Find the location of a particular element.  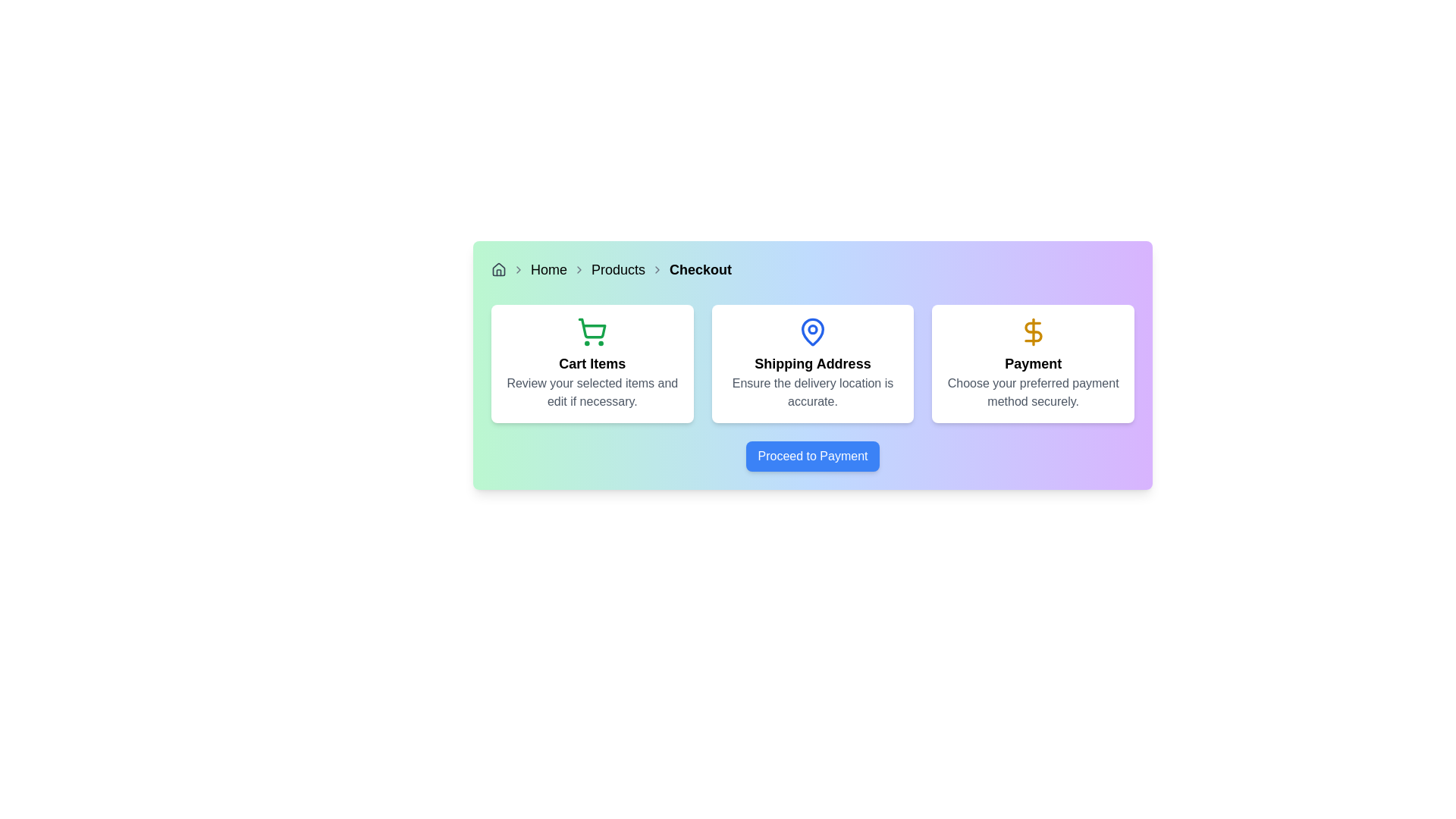

the Information Card, which is the third card in a three-column grid layout, located on the far-right, providing payment options and secure payment instructions is located at coordinates (1032, 363).